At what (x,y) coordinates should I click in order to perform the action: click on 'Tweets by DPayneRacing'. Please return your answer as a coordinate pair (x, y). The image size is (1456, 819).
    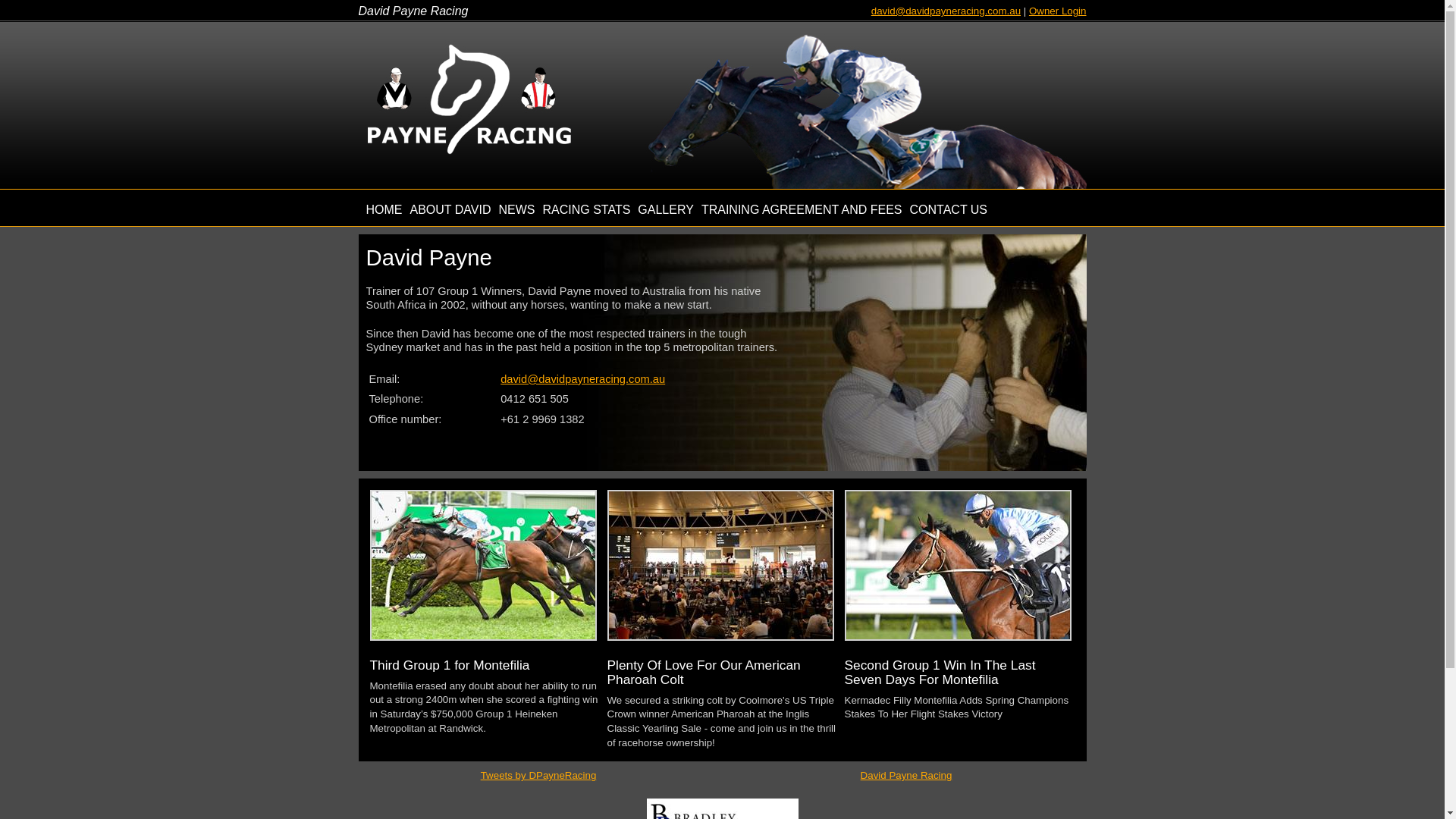
    Looking at the image, I should click on (479, 775).